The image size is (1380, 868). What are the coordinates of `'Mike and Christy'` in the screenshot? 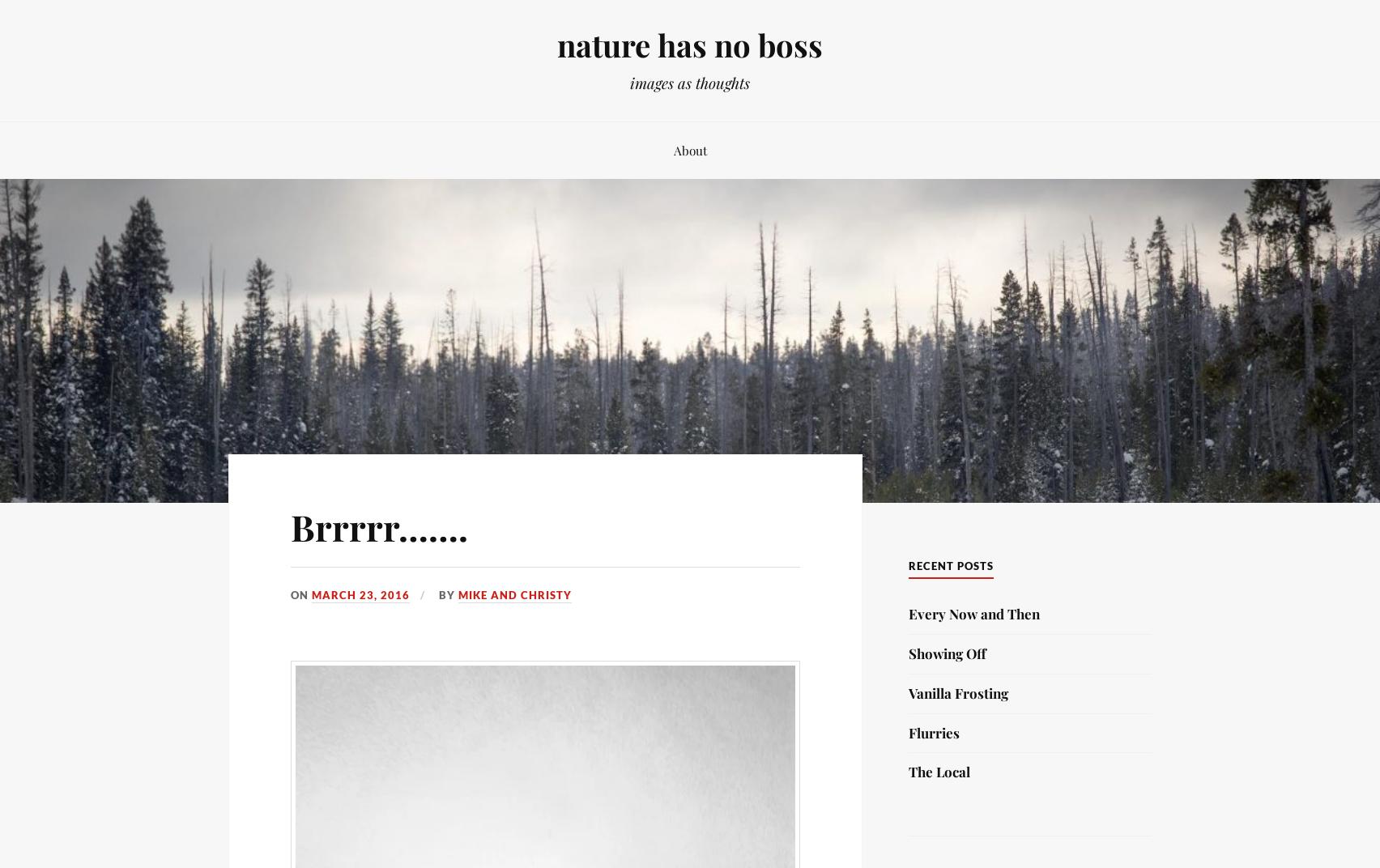 It's located at (514, 593).